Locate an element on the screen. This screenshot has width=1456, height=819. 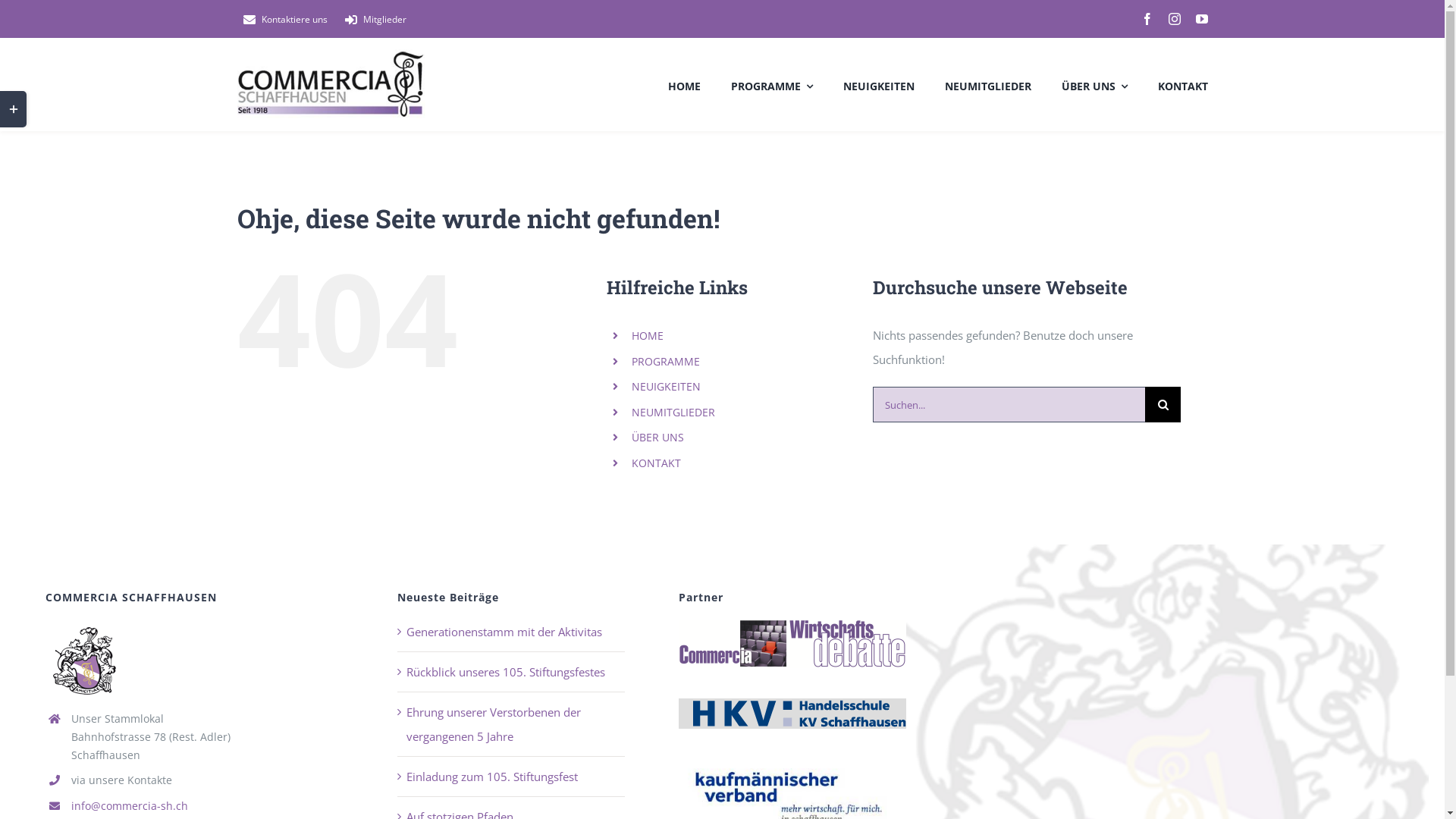
'KONTAKT' is located at coordinates (656, 462).